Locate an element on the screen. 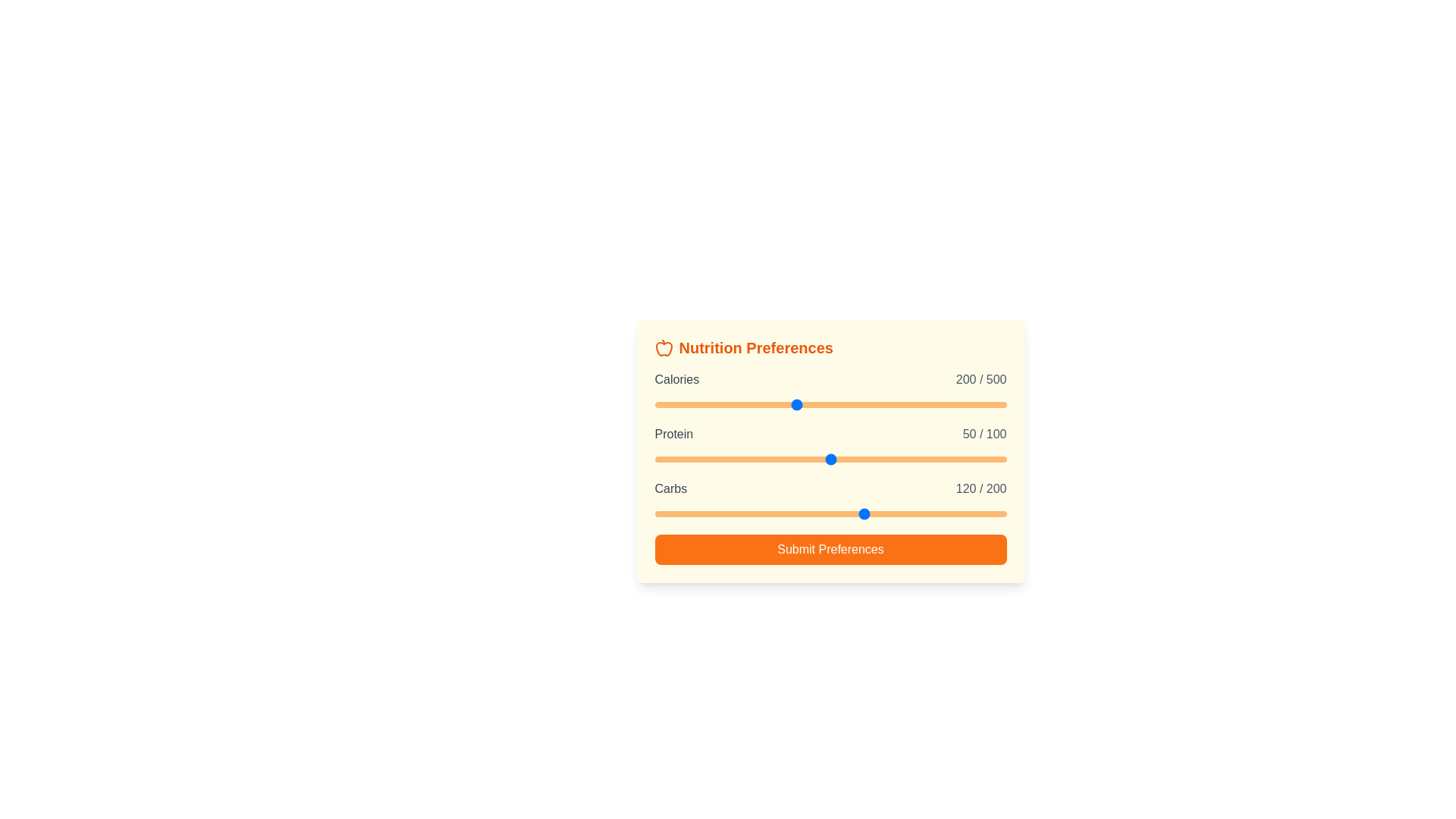 The width and height of the screenshot is (1456, 819). the static text label displaying '50 / 100', which is located to the right of the word 'Protein' in the second row of nutritional categories is located at coordinates (984, 435).